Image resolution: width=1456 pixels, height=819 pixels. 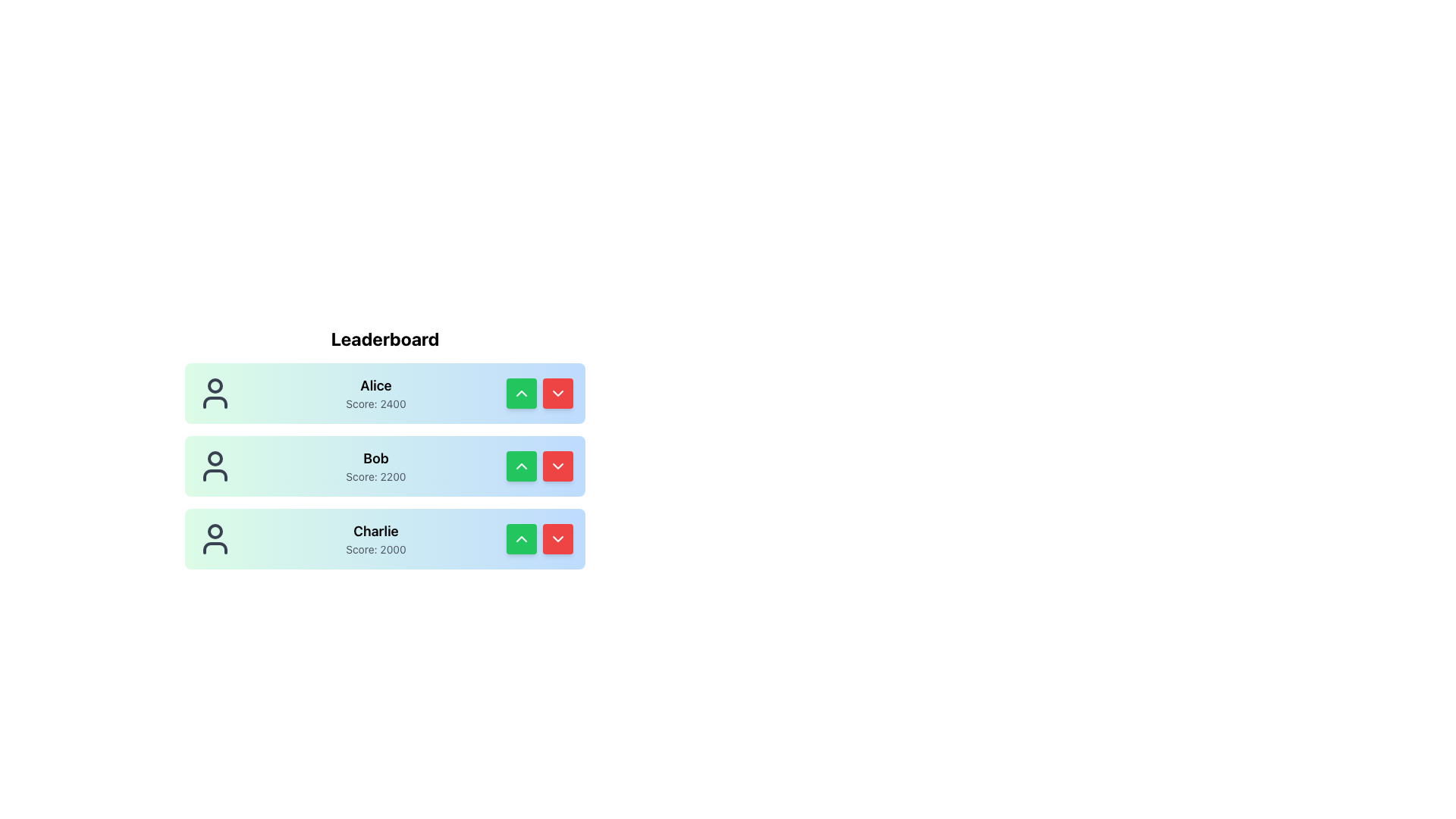 What do you see at coordinates (375, 458) in the screenshot?
I see `the text 'Bob' displayed in bold within the leaderboard section, located in the second row of the leaderboard` at bounding box center [375, 458].